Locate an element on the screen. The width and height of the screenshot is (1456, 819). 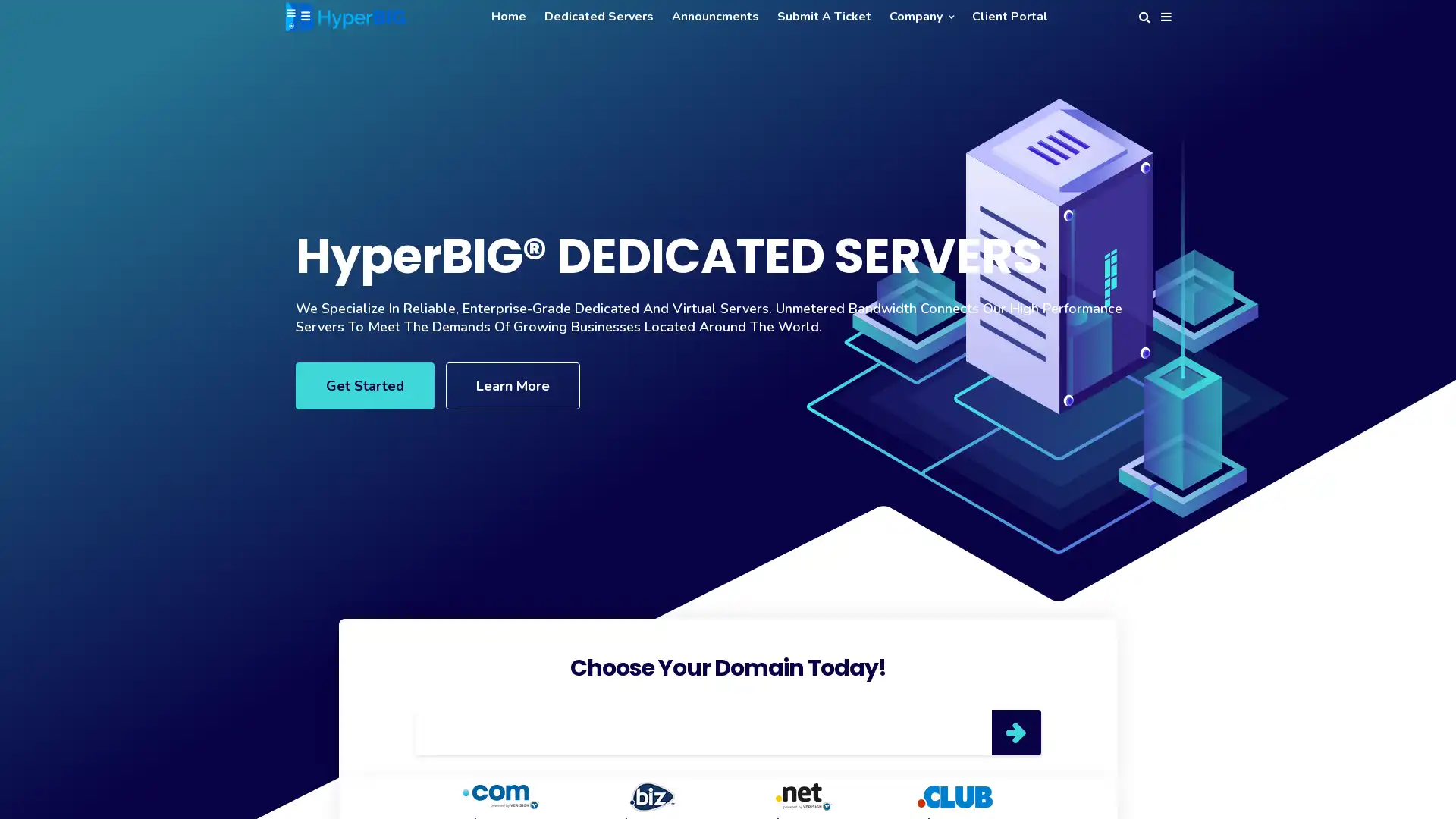
CHECK is located at coordinates (1015, 731).